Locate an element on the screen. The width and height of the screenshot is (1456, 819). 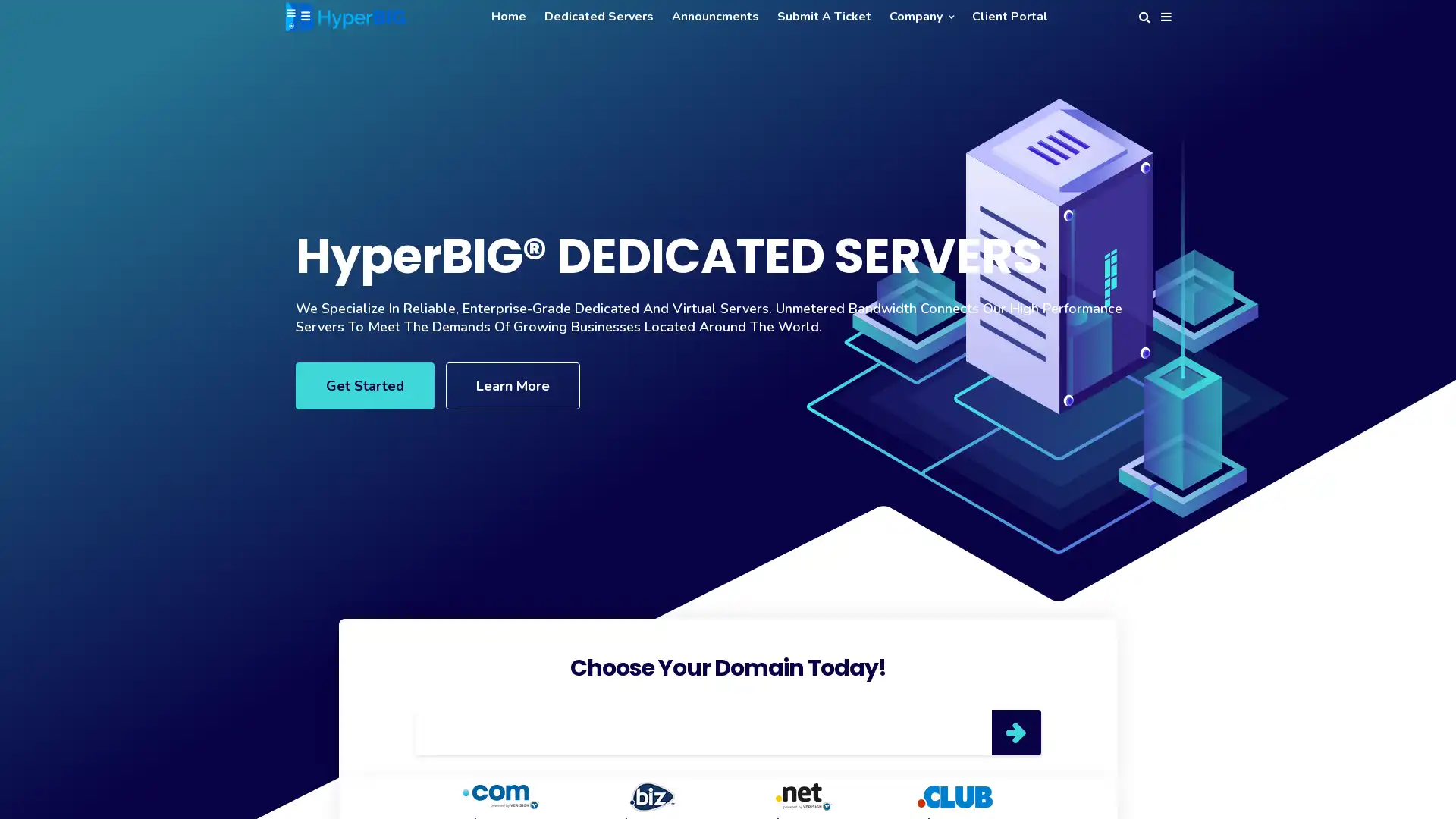
CHECK is located at coordinates (1015, 731).